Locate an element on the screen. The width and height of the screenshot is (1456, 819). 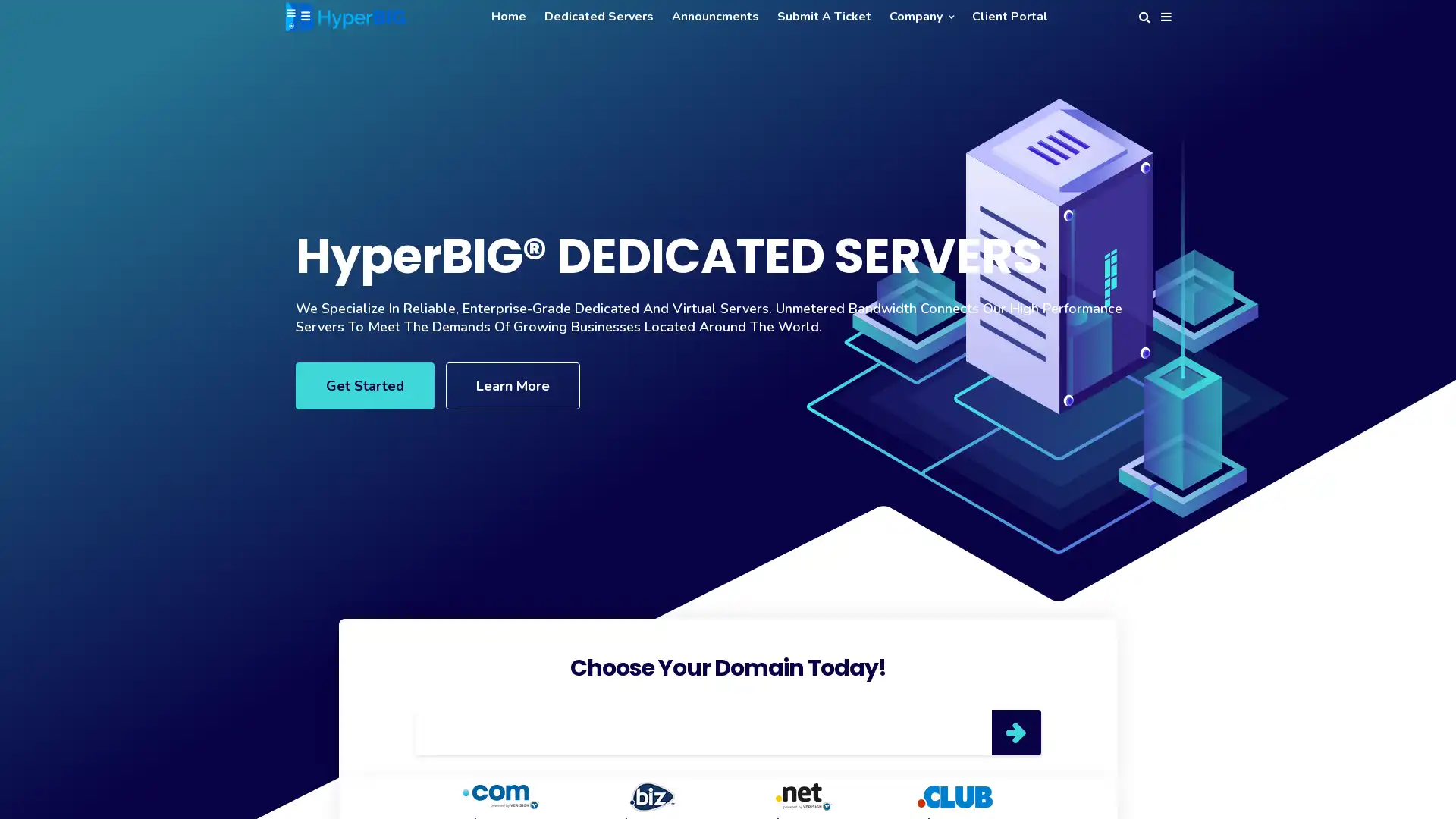
CHECK is located at coordinates (1015, 731).